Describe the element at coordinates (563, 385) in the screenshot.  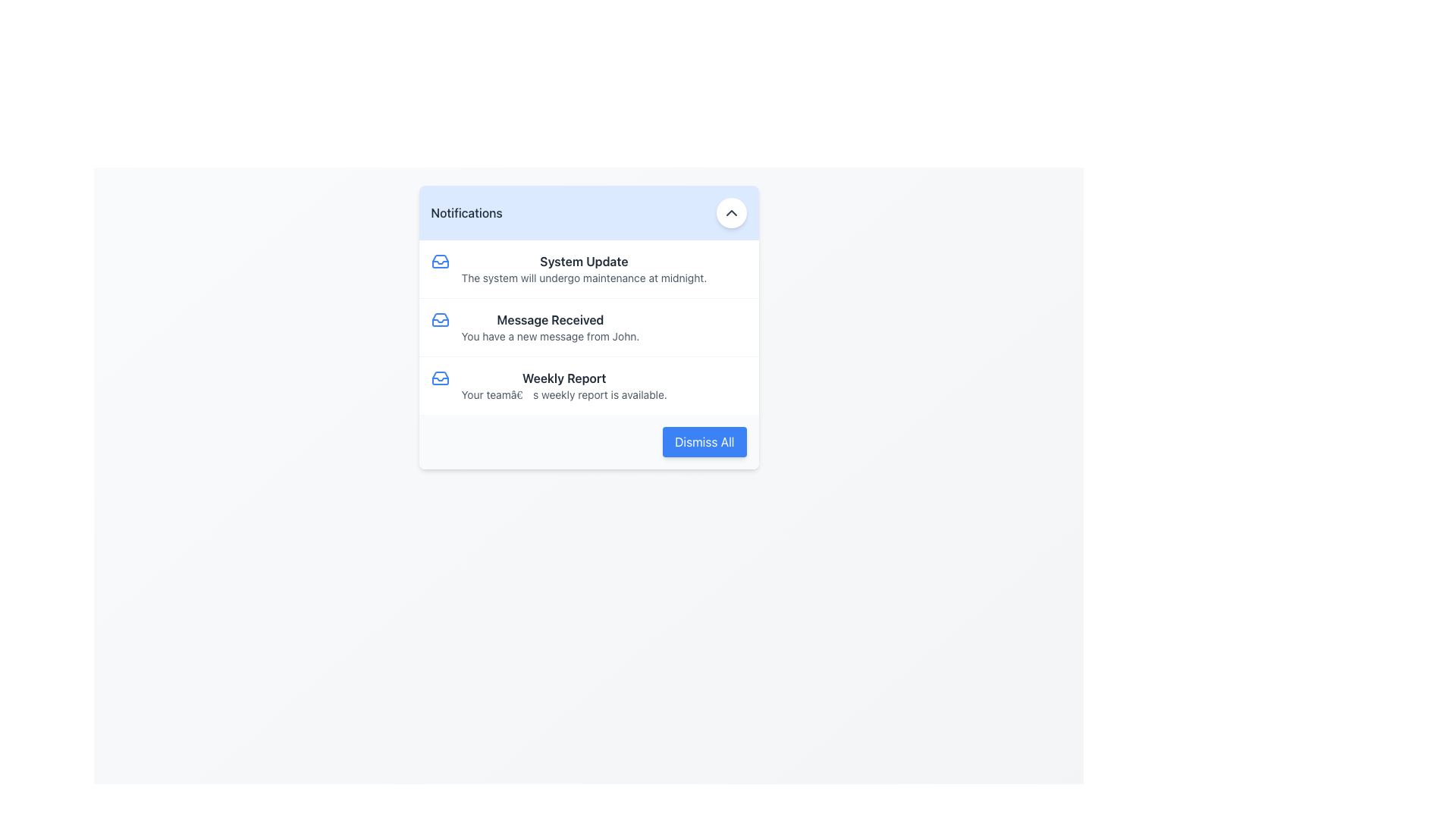
I see `informational text block about the availability of the team's weekly report located in the lower part of the notification card, centered horizontally and positioned near the mailbox icon` at that location.